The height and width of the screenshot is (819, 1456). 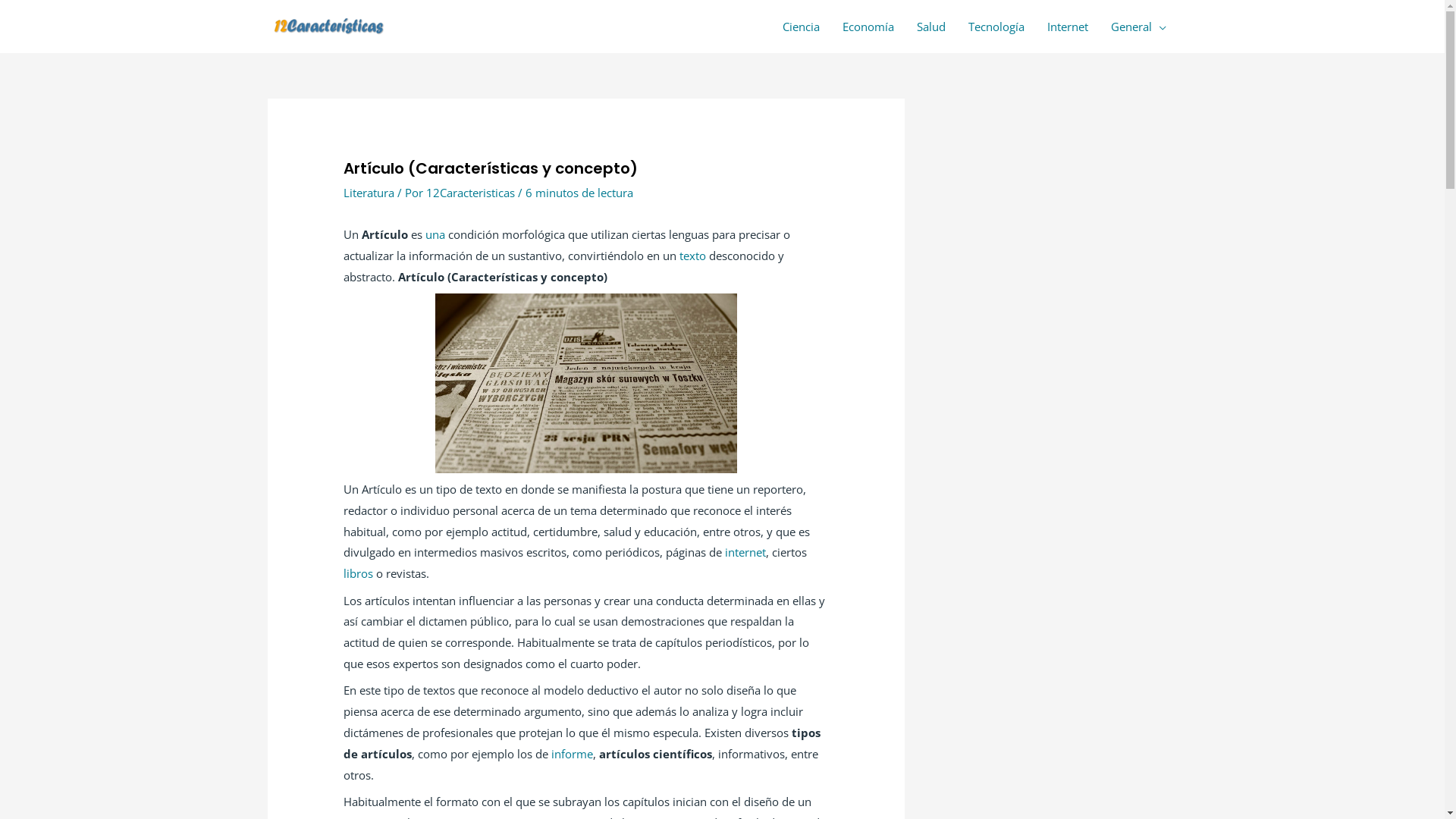 What do you see at coordinates (435, 234) in the screenshot?
I see `'una'` at bounding box center [435, 234].